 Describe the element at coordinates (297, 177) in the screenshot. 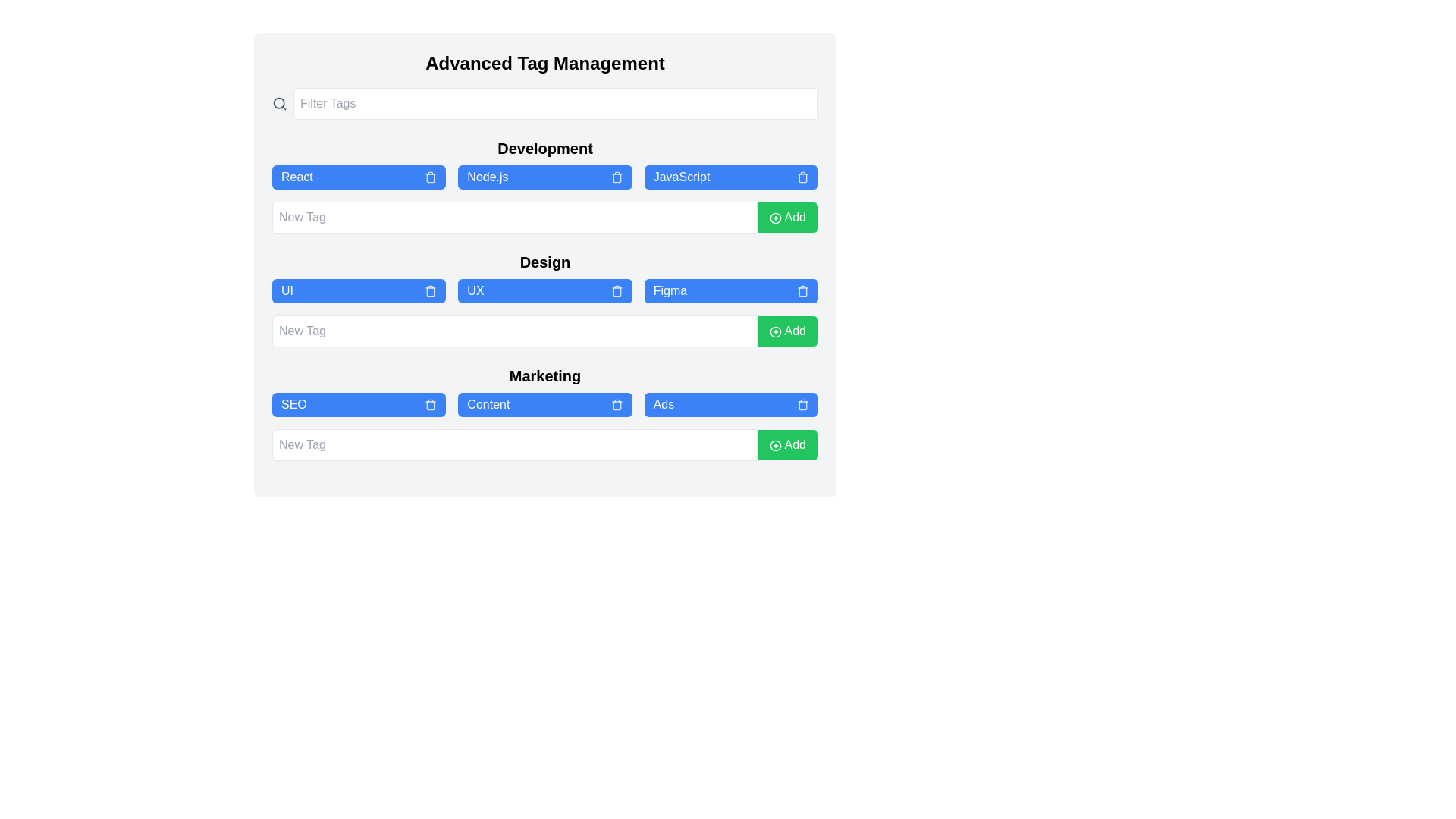

I see `the 'React' tag label` at that location.